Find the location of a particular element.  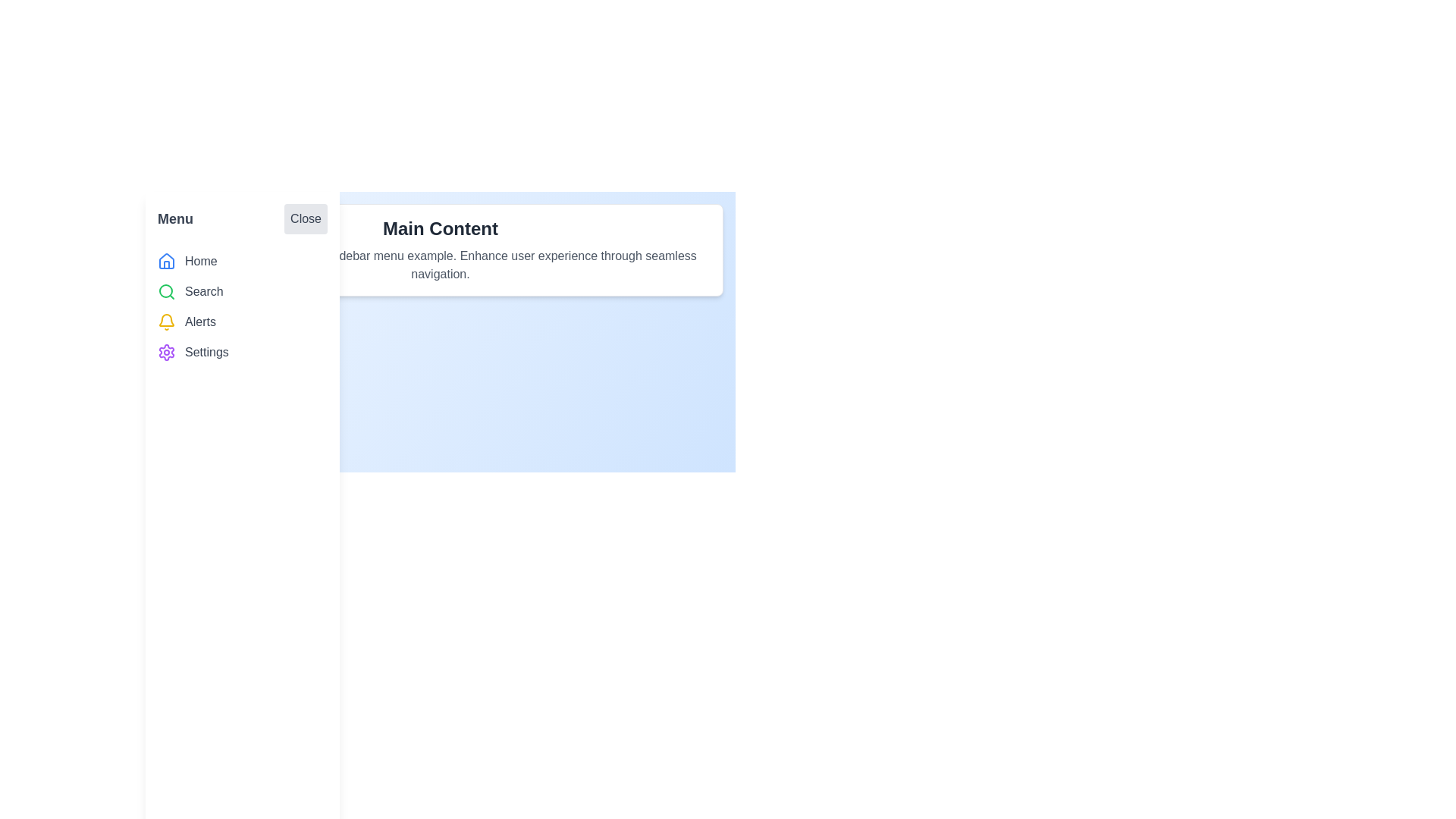

text label displaying the word 'Search', which is located in the left sidebar, below the 'Home' menu item and above the 'Alerts' menu item, next to a green circular icon resembling a magnifying glass is located at coordinates (203, 292).